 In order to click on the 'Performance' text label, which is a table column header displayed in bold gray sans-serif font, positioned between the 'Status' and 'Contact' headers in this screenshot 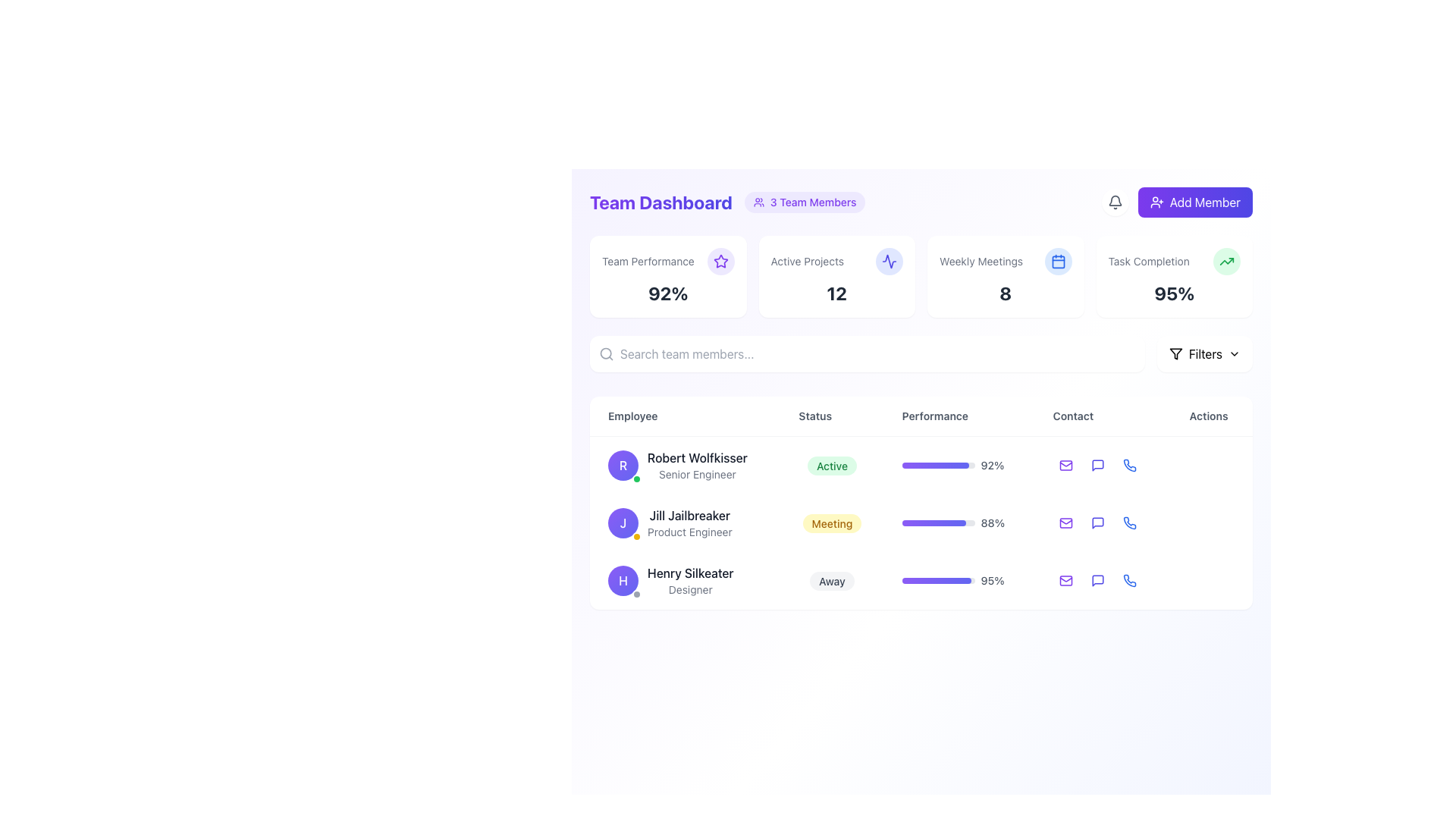, I will do `click(959, 416)`.